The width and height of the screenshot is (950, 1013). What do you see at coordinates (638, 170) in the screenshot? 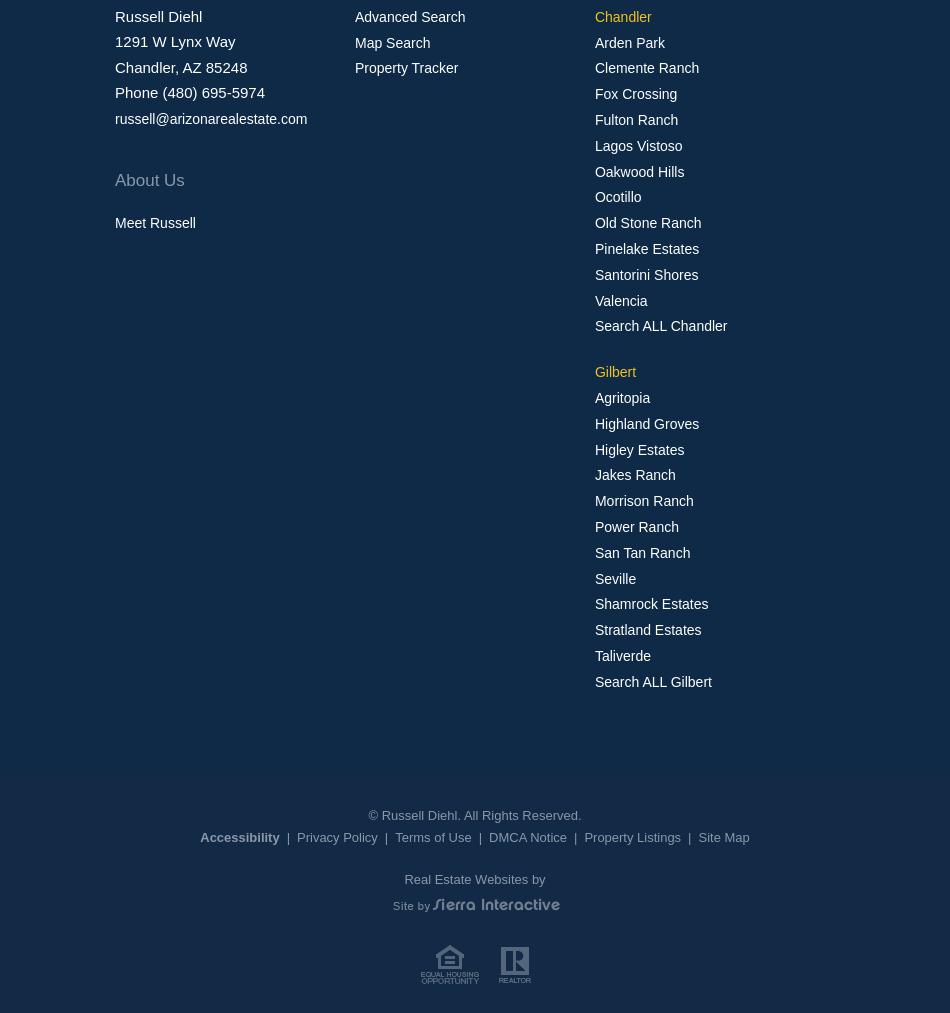
I see `'Oakwood Hills'` at bounding box center [638, 170].